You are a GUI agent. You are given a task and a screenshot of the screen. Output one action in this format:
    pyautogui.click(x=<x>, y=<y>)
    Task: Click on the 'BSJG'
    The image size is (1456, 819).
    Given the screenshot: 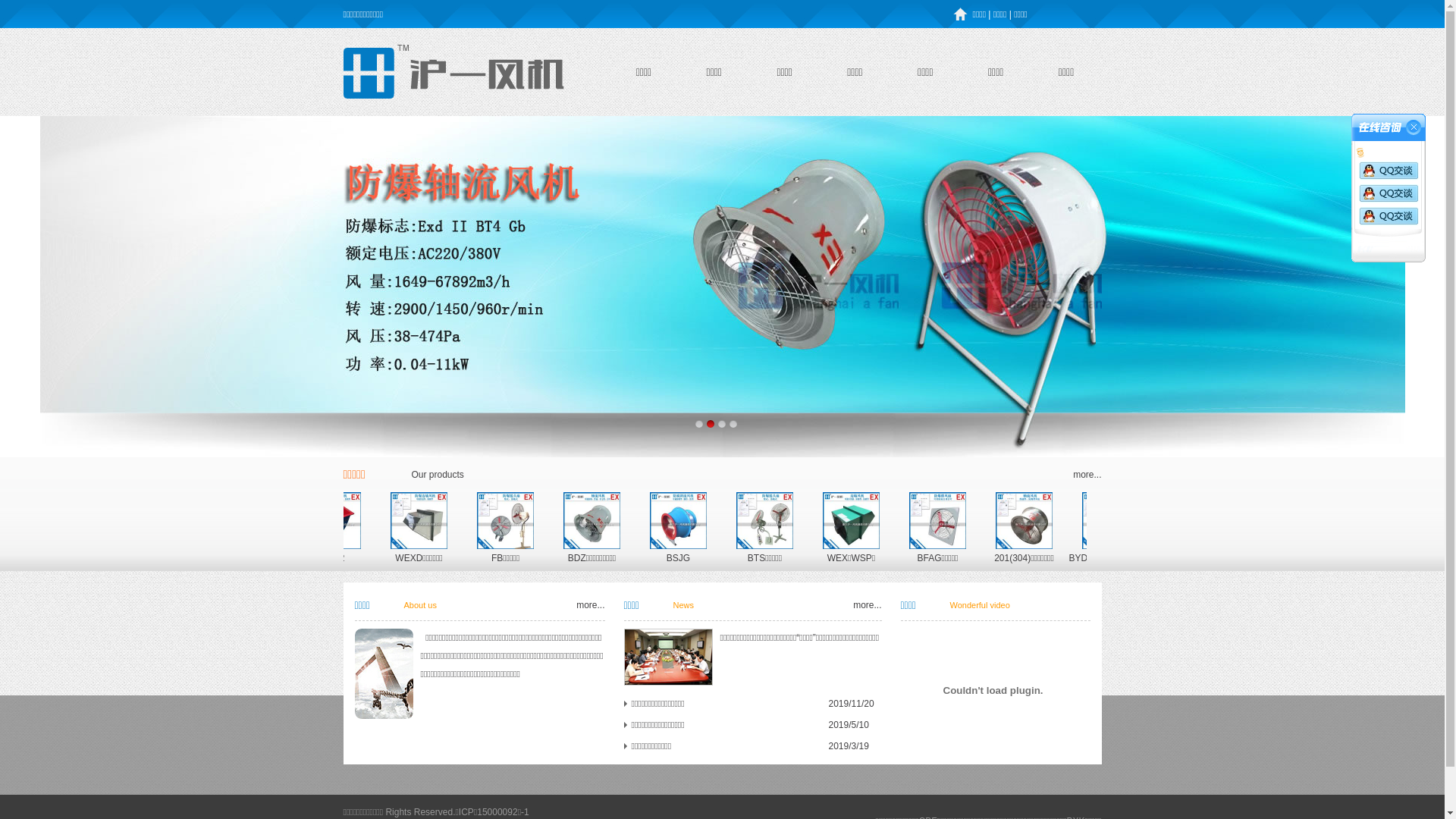 What is the action you would take?
    pyautogui.click(x=860, y=558)
    